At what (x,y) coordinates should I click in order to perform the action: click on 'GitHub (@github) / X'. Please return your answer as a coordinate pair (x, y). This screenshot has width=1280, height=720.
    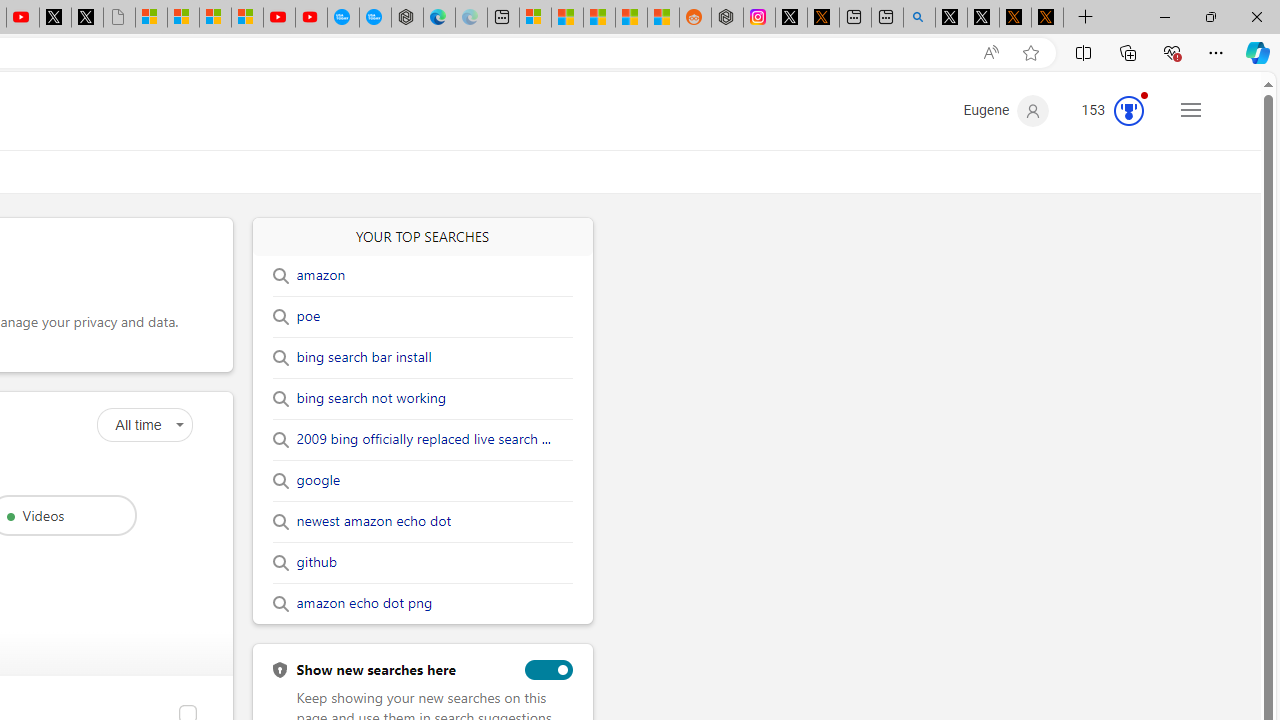
    Looking at the image, I should click on (983, 17).